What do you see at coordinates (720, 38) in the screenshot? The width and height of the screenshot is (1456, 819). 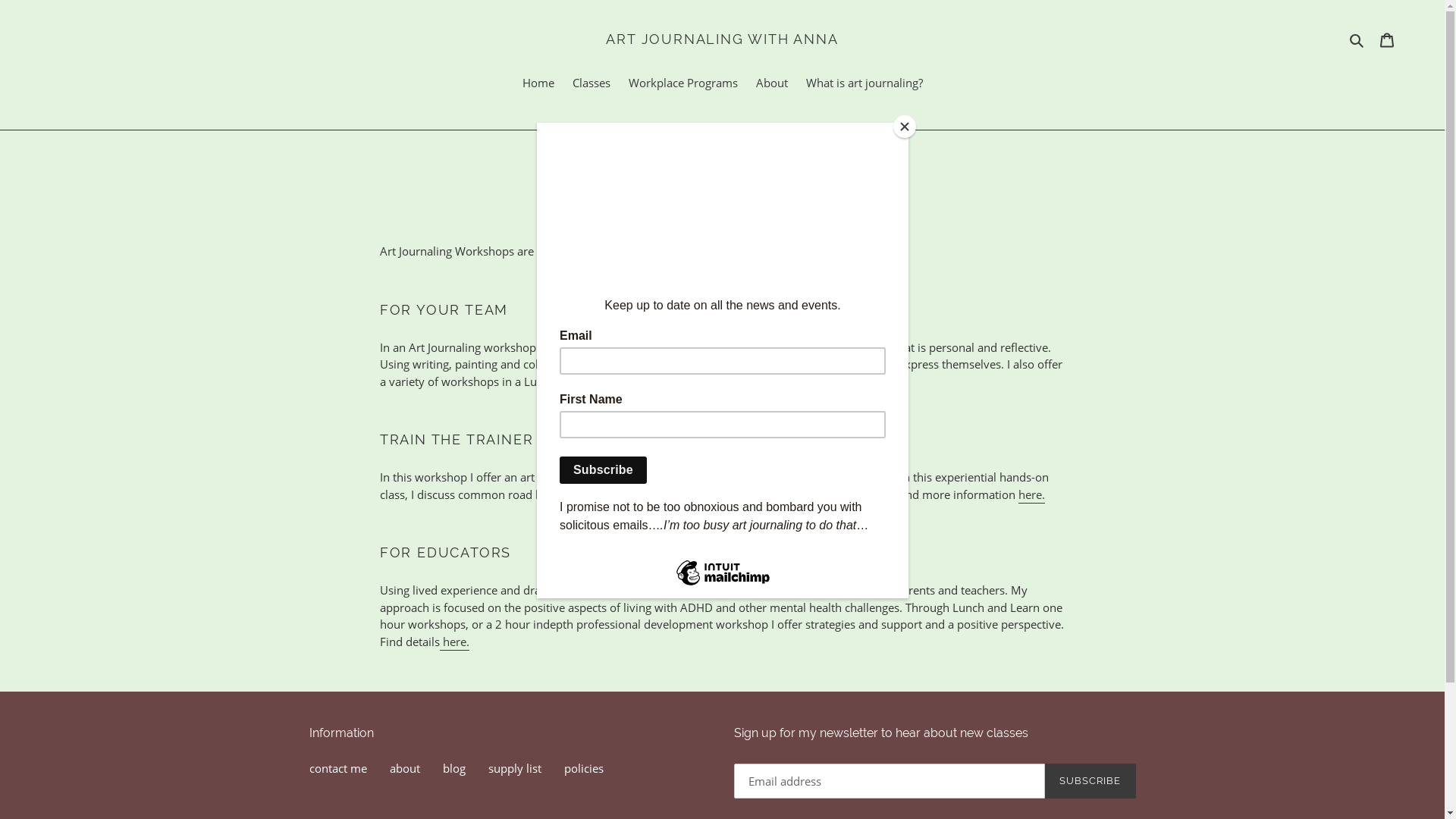 I see `'ART JOURNALING WITH ANNA'` at bounding box center [720, 38].